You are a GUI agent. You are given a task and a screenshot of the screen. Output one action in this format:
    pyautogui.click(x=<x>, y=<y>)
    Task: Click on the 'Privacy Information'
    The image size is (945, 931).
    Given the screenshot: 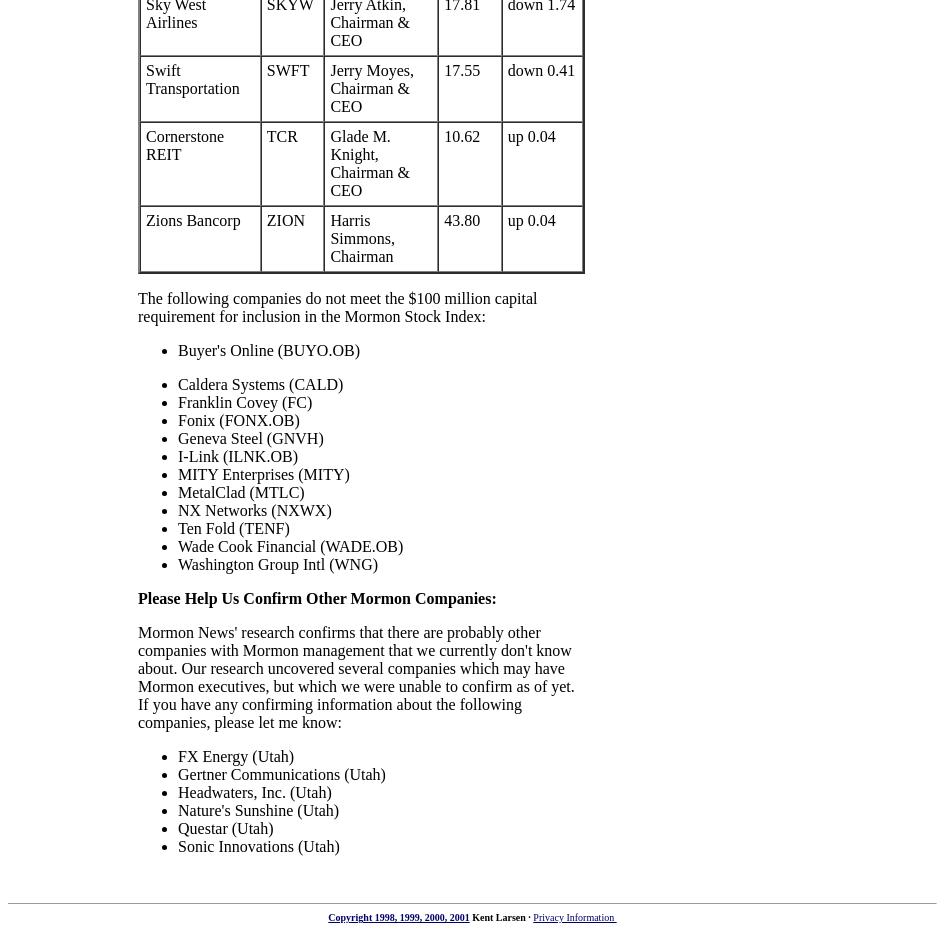 What is the action you would take?
    pyautogui.click(x=574, y=917)
    